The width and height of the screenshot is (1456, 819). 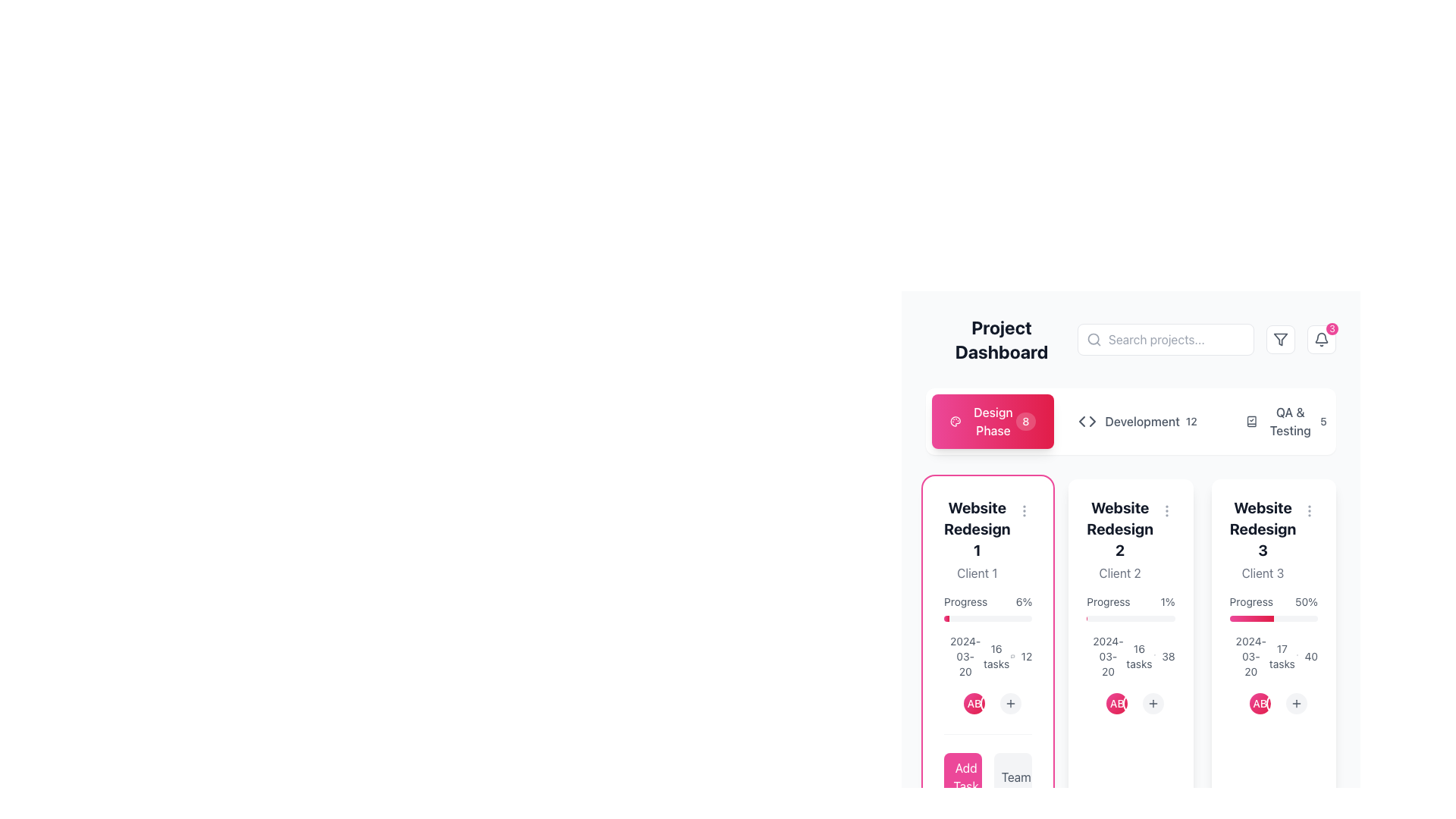 What do you see at coordinates (977, 529) in the screenshot?
I see `the text label displaying 'Website Redesign 1', which is styled in bold, dark text and positioned at the top left of its card-like section` at bounding box center [977, 529].